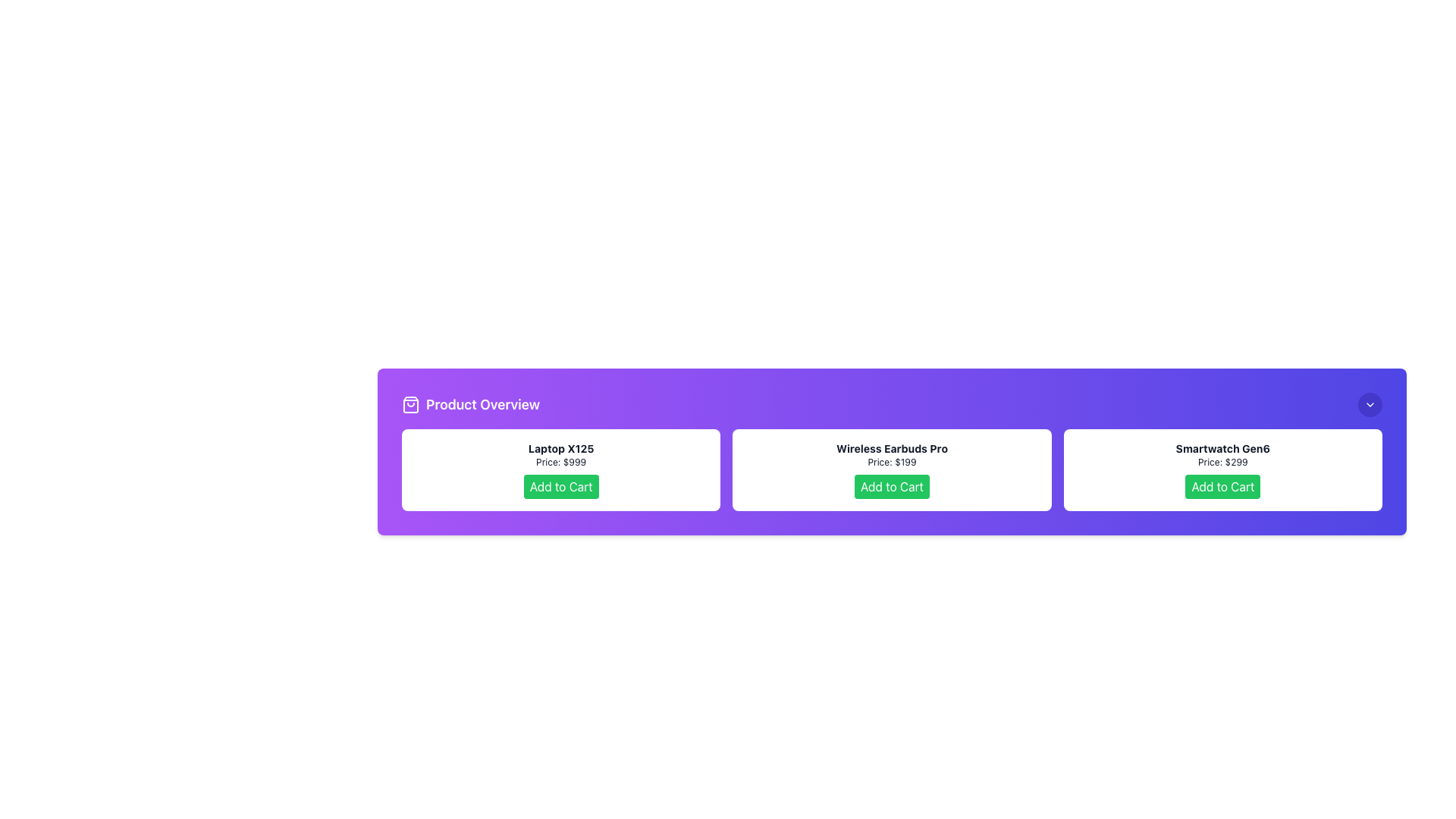  I want to click on the text label that displays the product price for 'Smartwatch Gen6', which is positioned below the product name and above the 'Add to Cart' button, so click(1222, 461).